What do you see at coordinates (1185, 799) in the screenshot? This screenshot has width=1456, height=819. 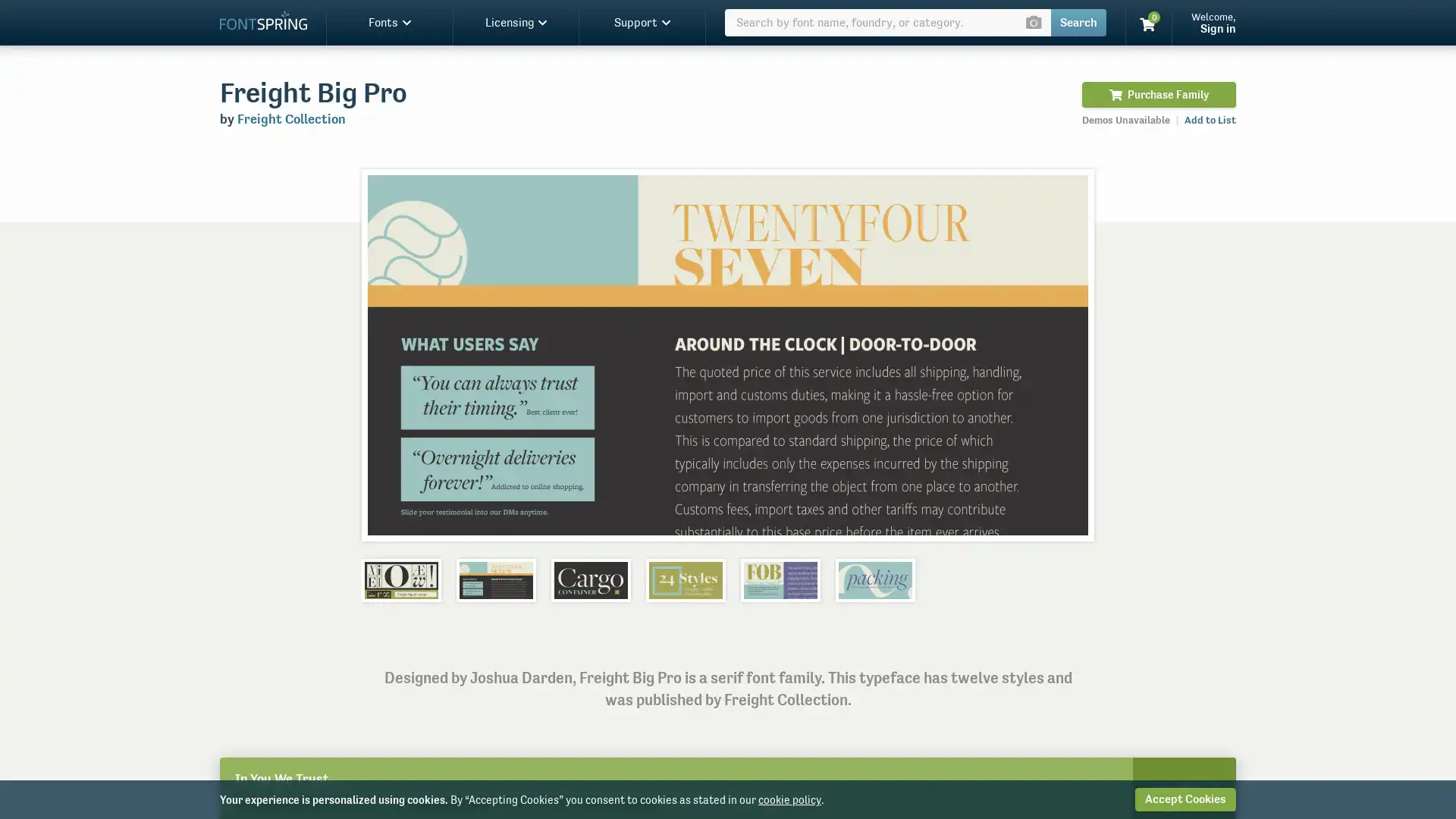 I see `Accept Cookies` at bounding box center [1185, 799].